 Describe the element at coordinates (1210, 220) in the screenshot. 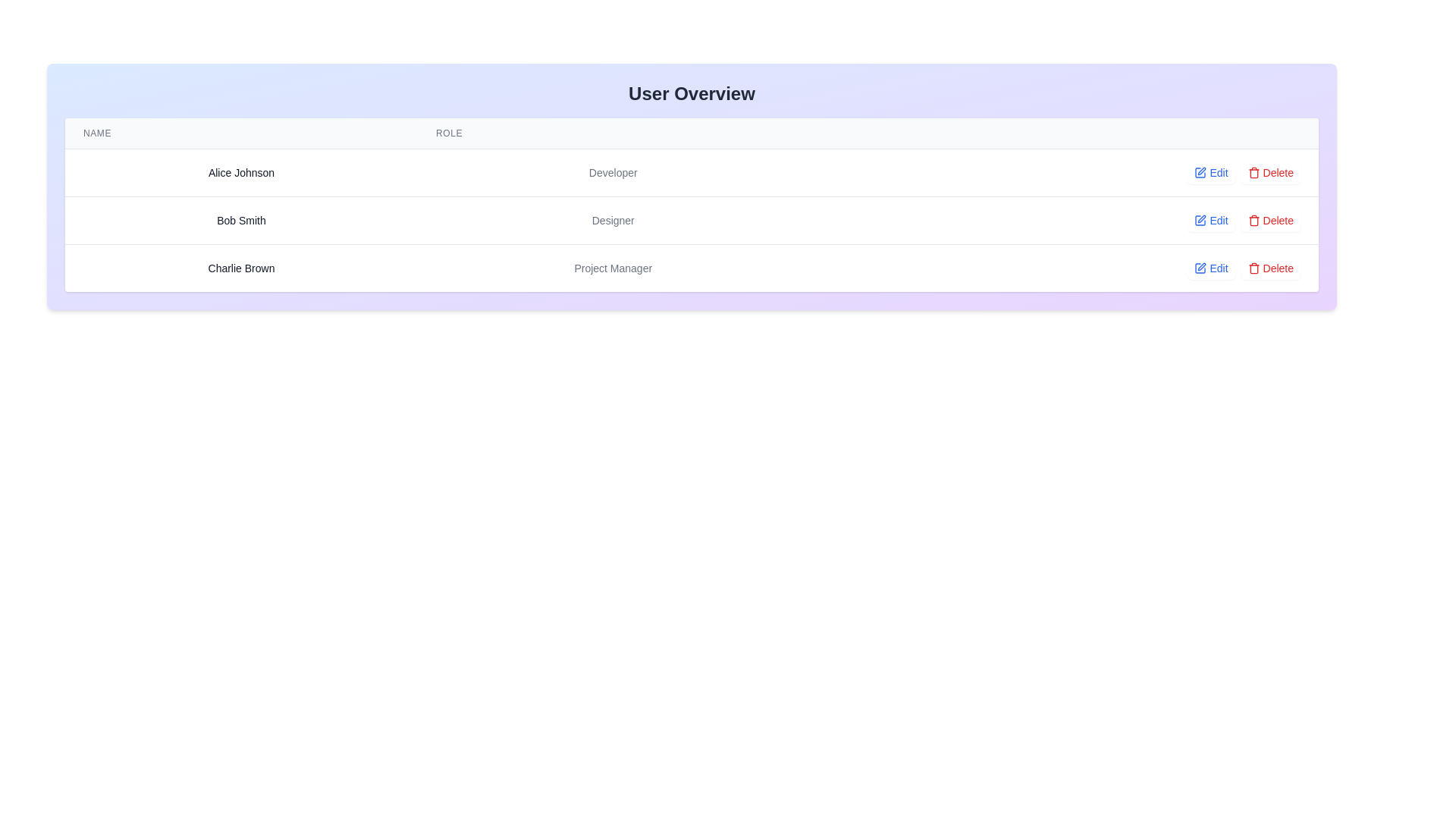

I see `the edit button located to the right of the 'Bob Smith' entry in the 'User Overview' table` at that location.